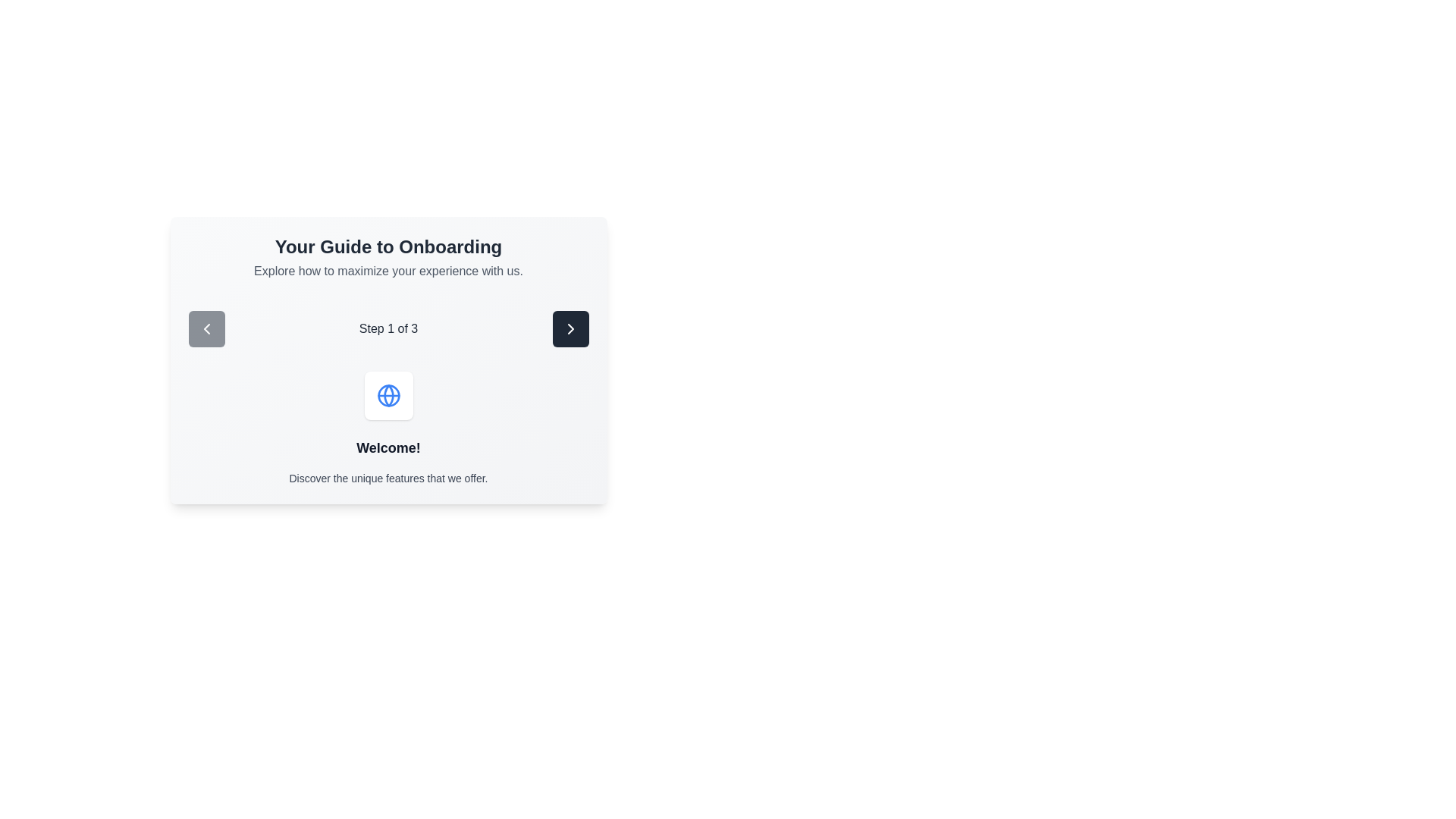  I want to click on the chevron icon located at the bottom-right of the onboarding card, so click(570, 328).